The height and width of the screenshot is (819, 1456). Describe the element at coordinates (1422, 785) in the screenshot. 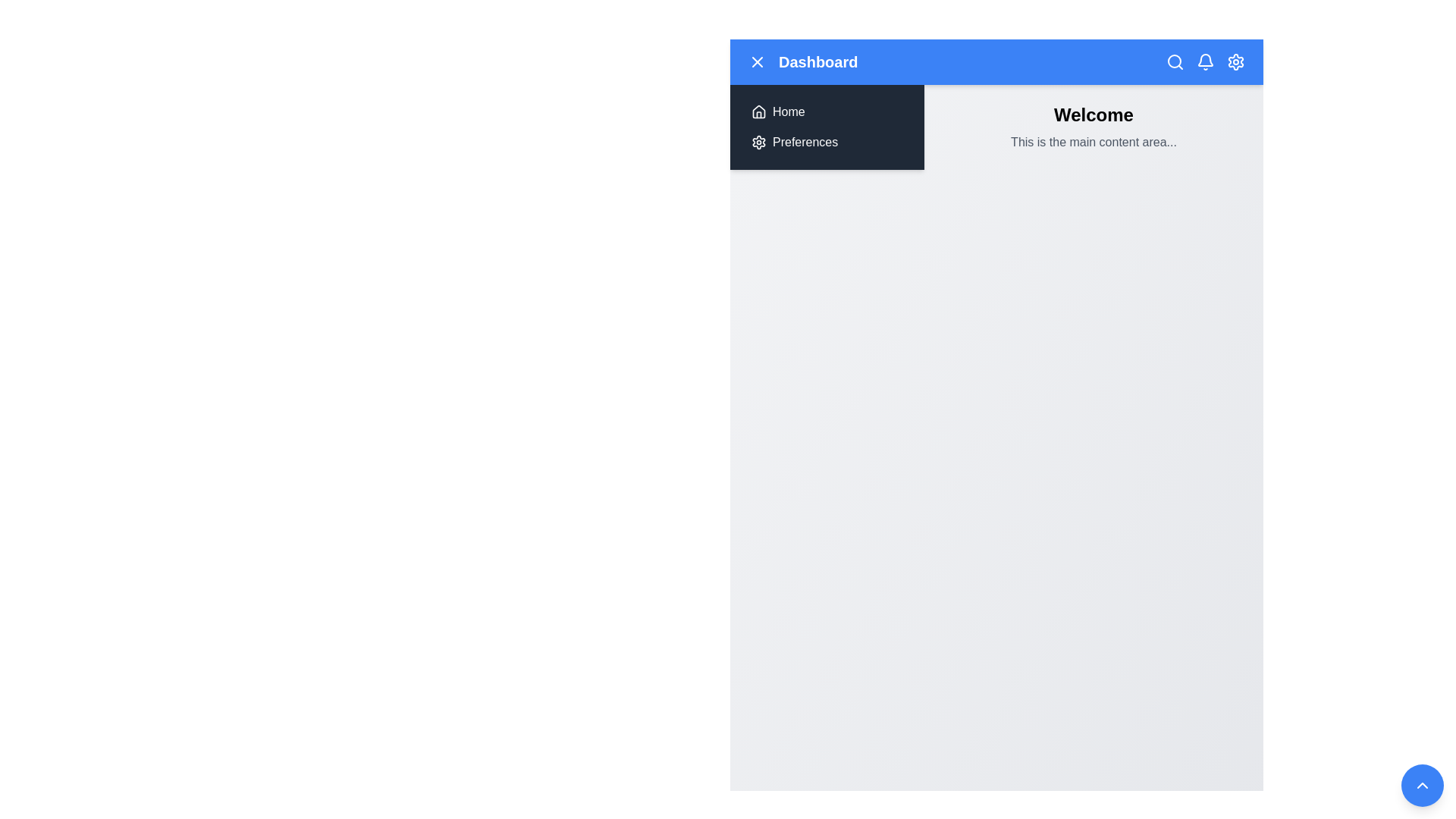

I see `the circular blue button with a white upward-pointing chevron icon` at that location.